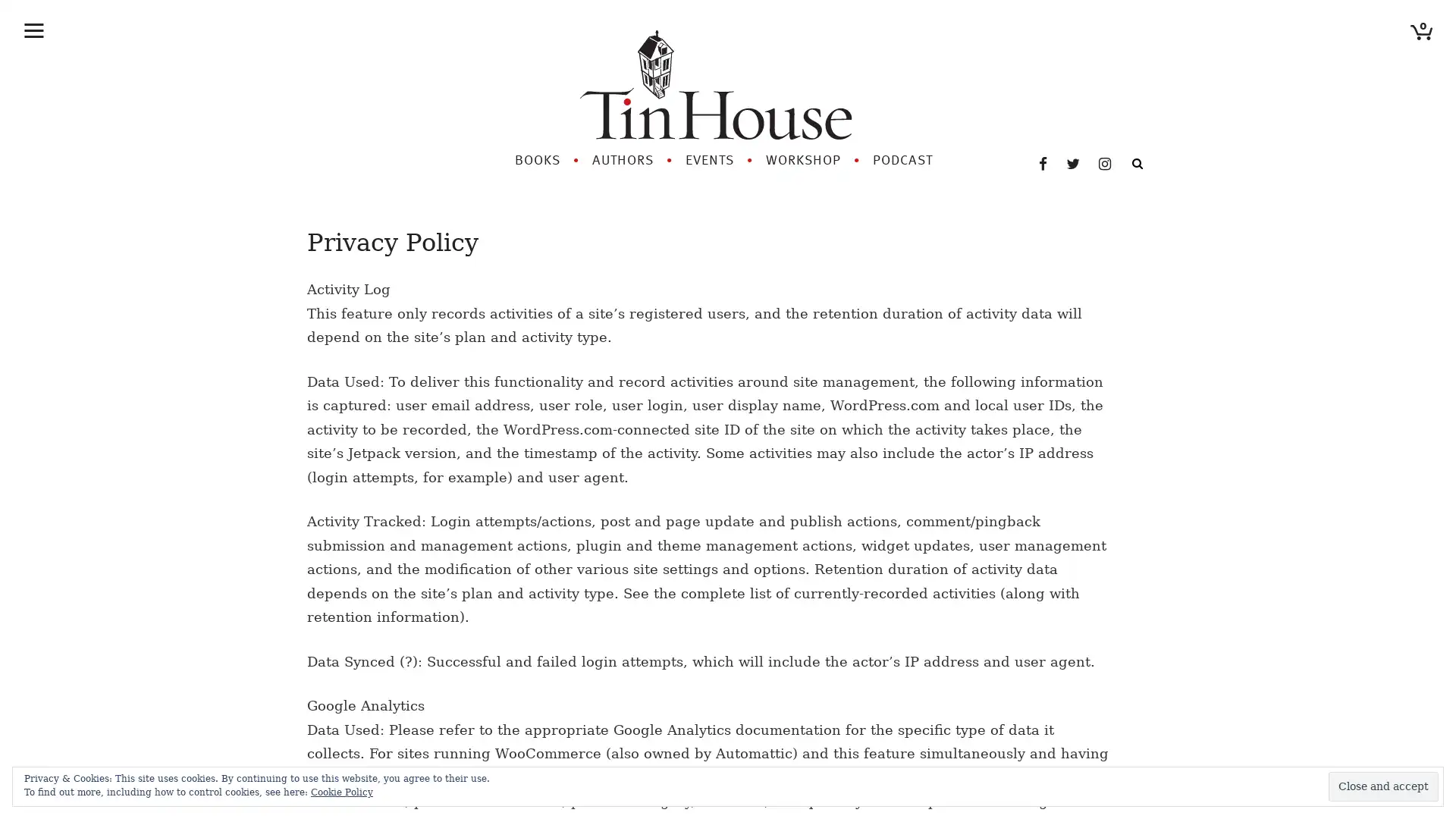 This screenshot has width=1456, height=819. What do you see at coordinates (1383, 786) in the screenshot?
I see `Close and accept` at bounding box center [1383, 786].